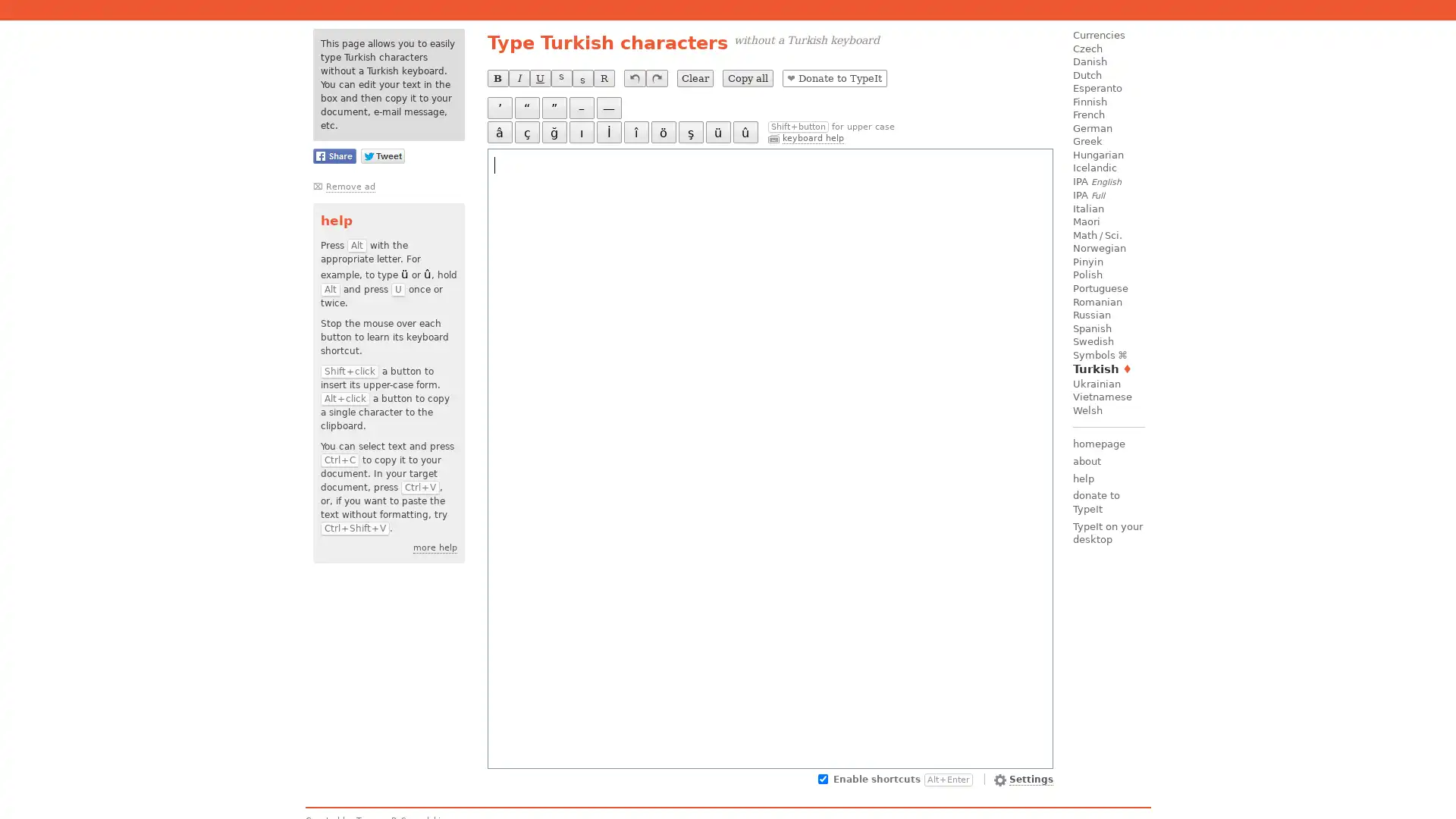 The width and height of the screenshot is (1456, 819). Describe the element at coordinates (717, 131) in the screenshot. I see `u` at that location.